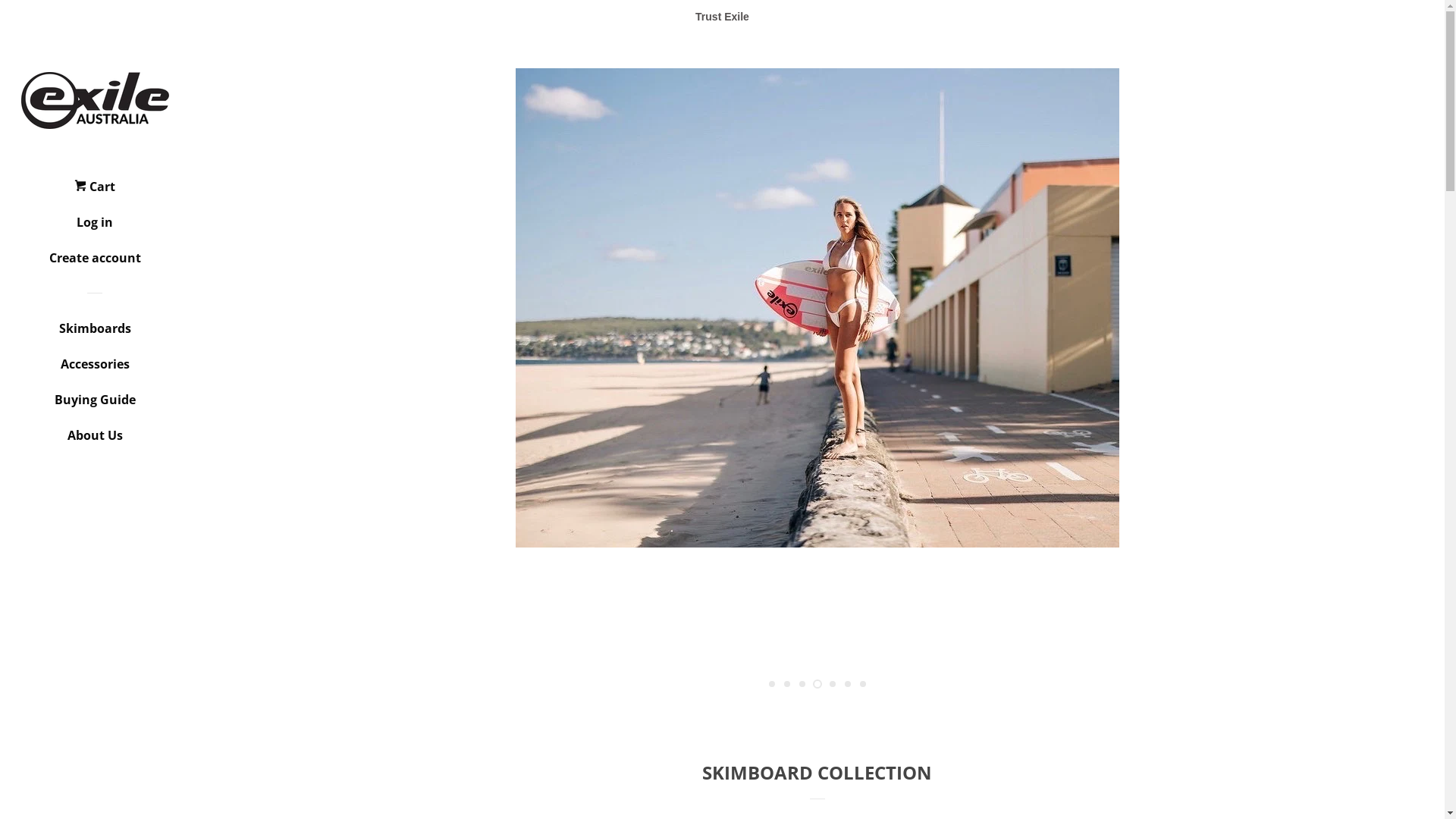  What do you see at coordinates (93, 262) in the screenshot?
I see `'Create account'` at bounding box center [93, 262].